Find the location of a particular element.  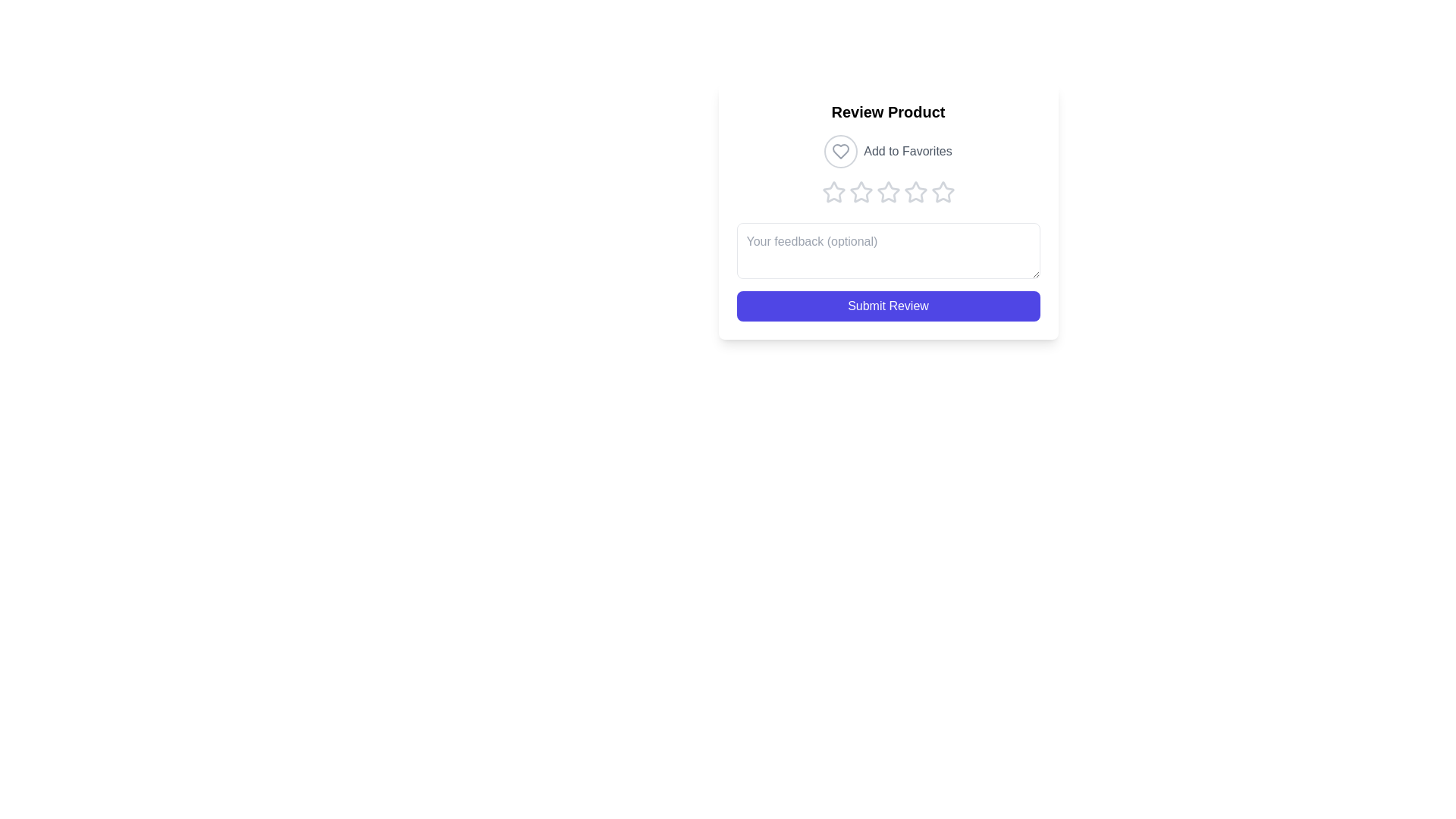

the second star in the rating system to express a rating of two stars is located at coordinates (861, 191).